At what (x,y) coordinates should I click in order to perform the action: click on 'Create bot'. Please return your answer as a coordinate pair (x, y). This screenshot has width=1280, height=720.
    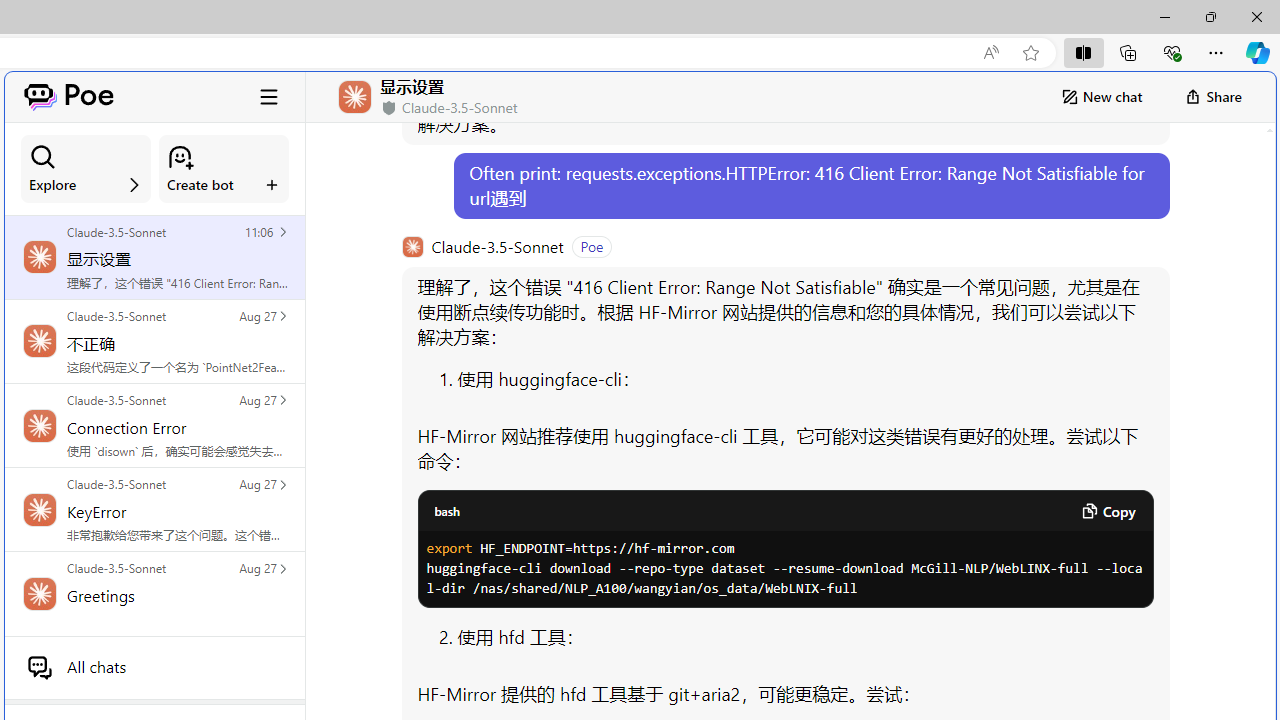
    Looking at the image, I should click on (224, 168).